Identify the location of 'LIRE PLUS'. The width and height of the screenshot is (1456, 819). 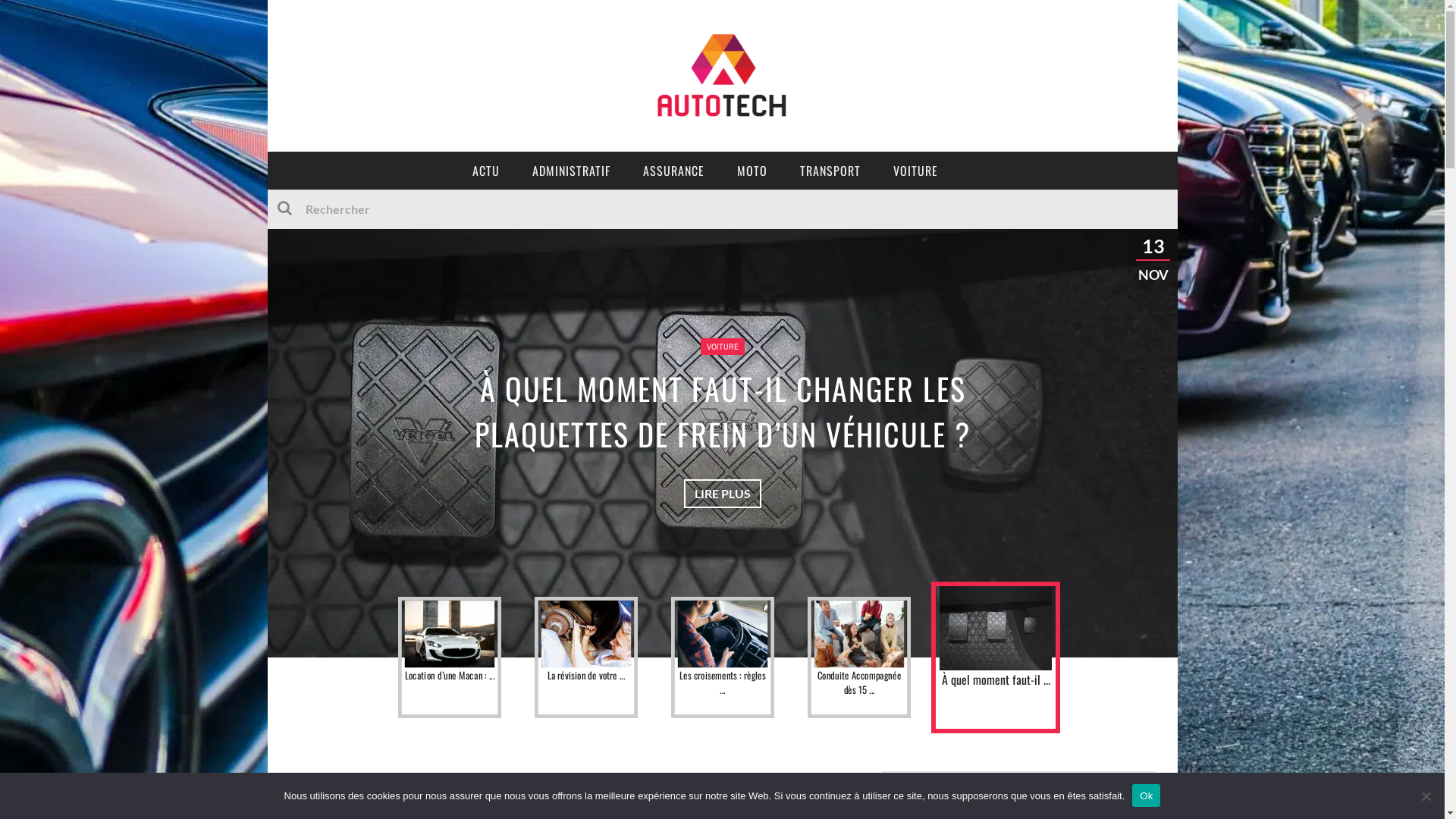
(722, 494).